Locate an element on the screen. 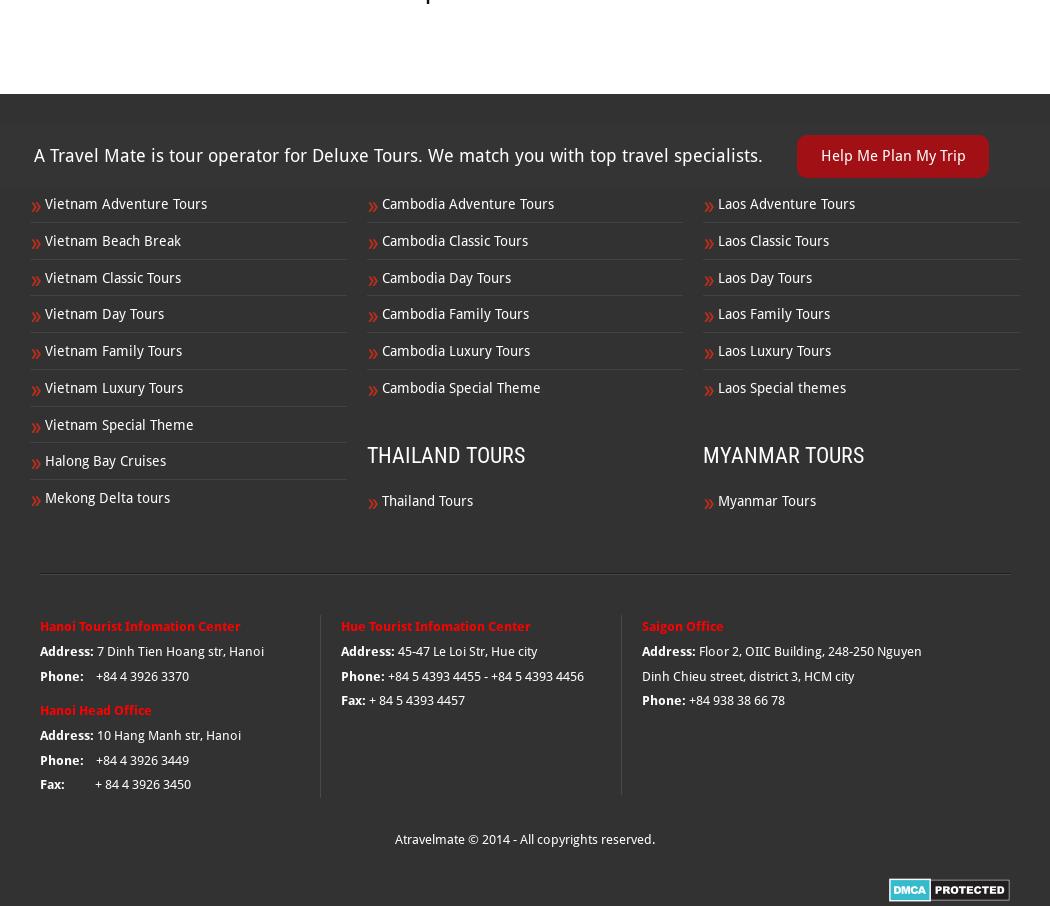 This screenshot has height=906, width=1050. 'Cambodia Luxury Tours' is located at coordinates (454, 350).